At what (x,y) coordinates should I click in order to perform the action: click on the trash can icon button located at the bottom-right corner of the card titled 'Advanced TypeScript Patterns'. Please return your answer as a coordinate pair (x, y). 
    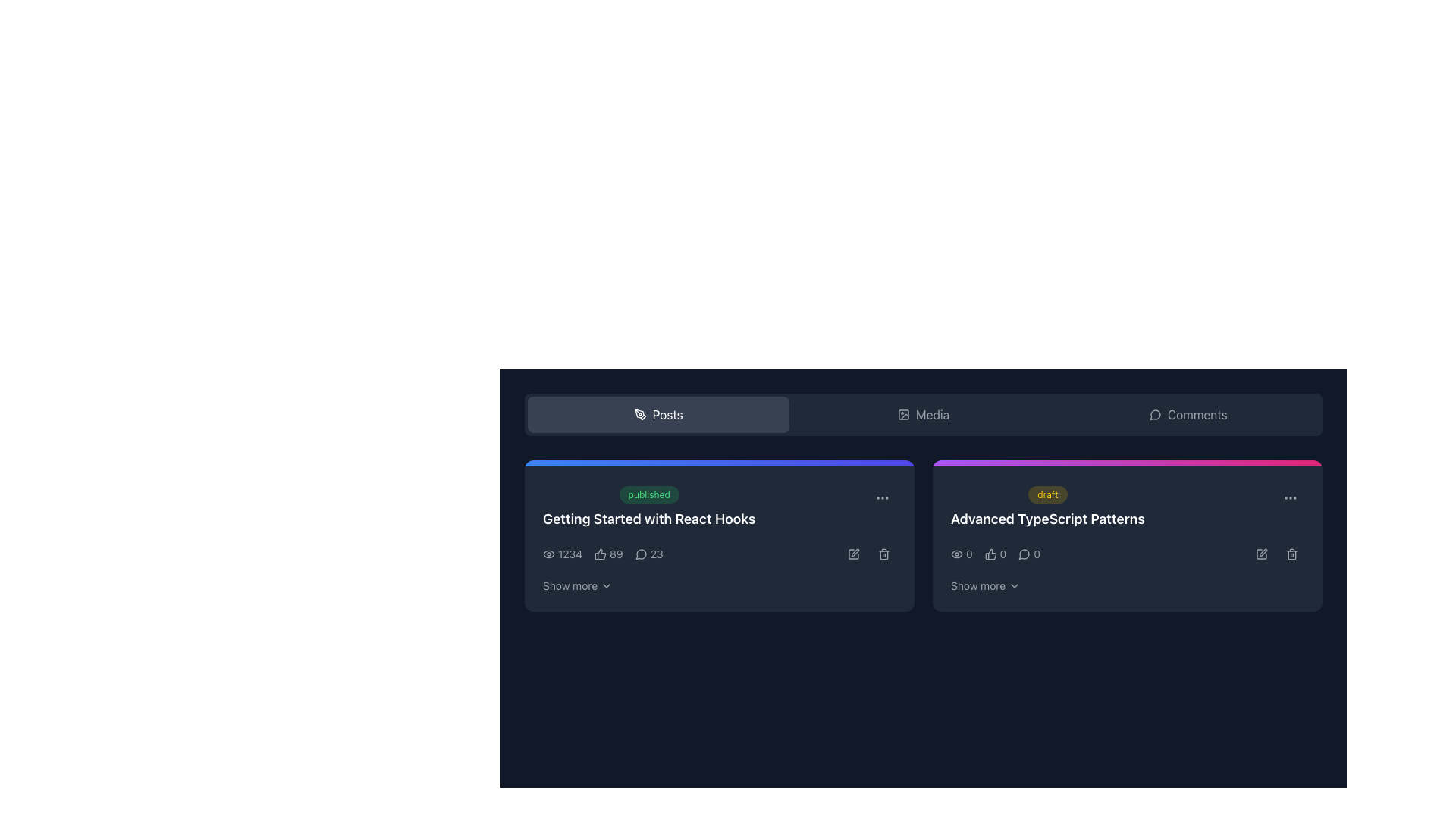
    Looking at the image, I should click on (1291, 554).